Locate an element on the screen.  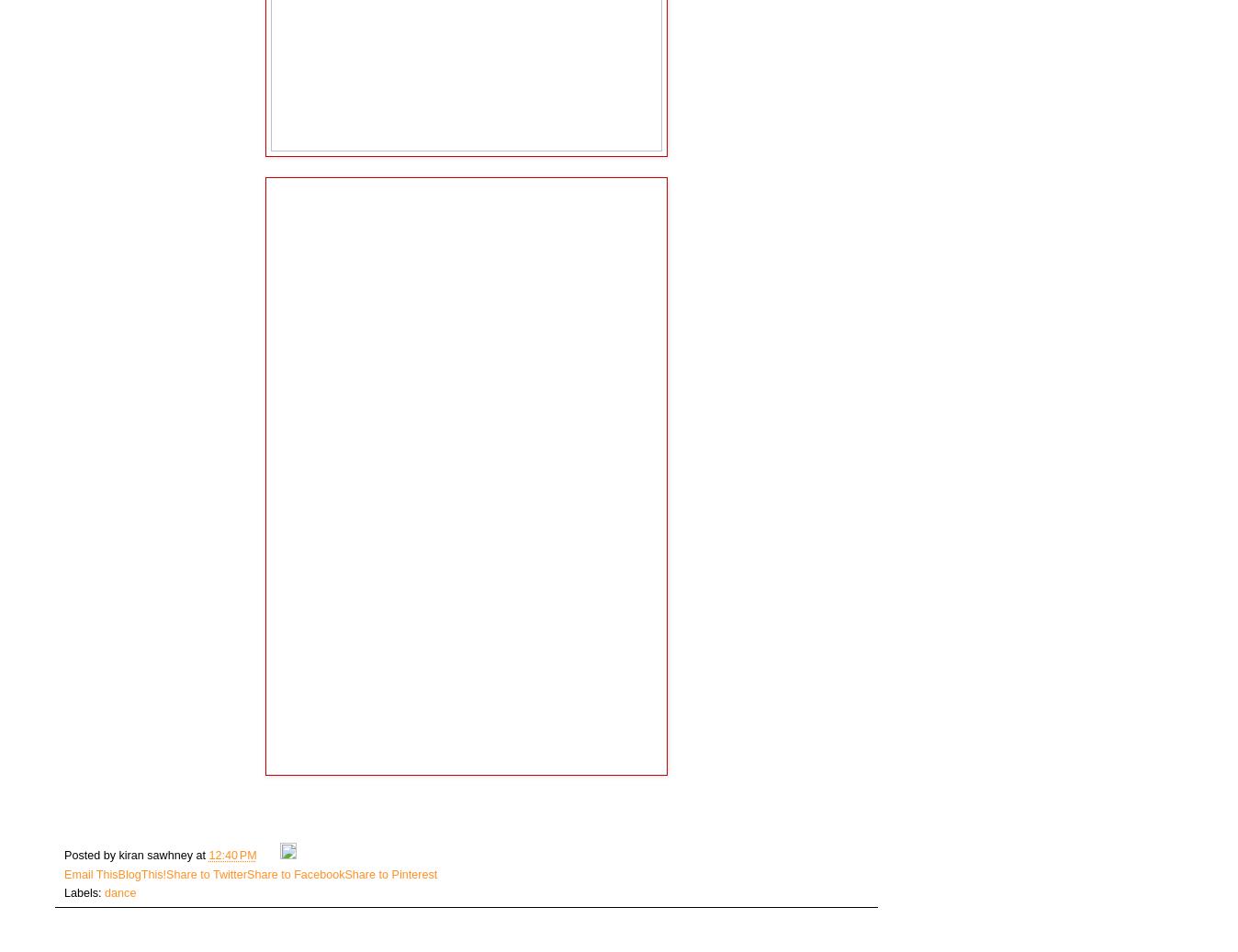
'Email This' is located at coordinates (89, 873).